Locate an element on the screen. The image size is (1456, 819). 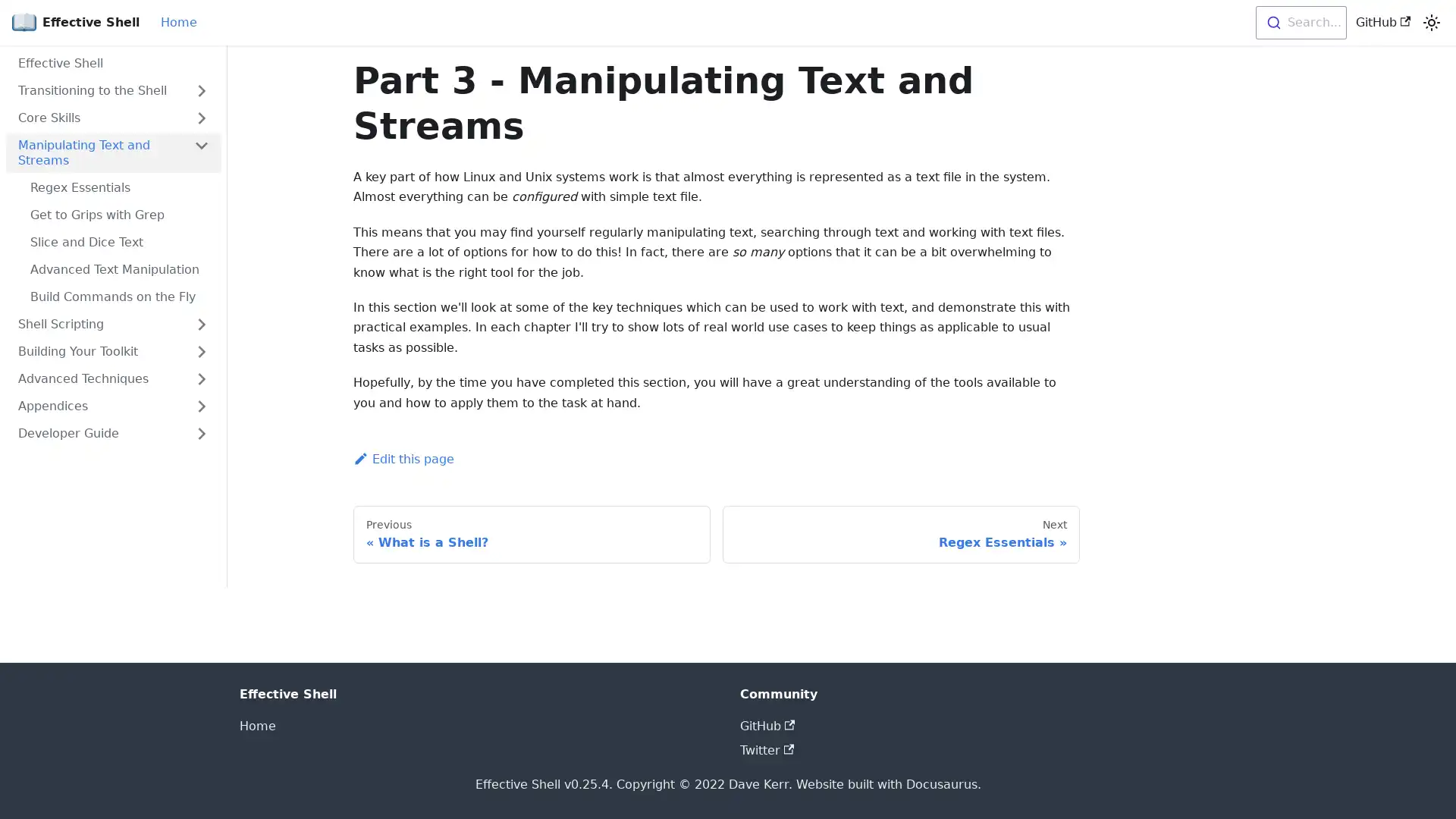
Toggle the collapsible sidebar category 'Transitioning to the Shell' is located at coordinates (200, 90).